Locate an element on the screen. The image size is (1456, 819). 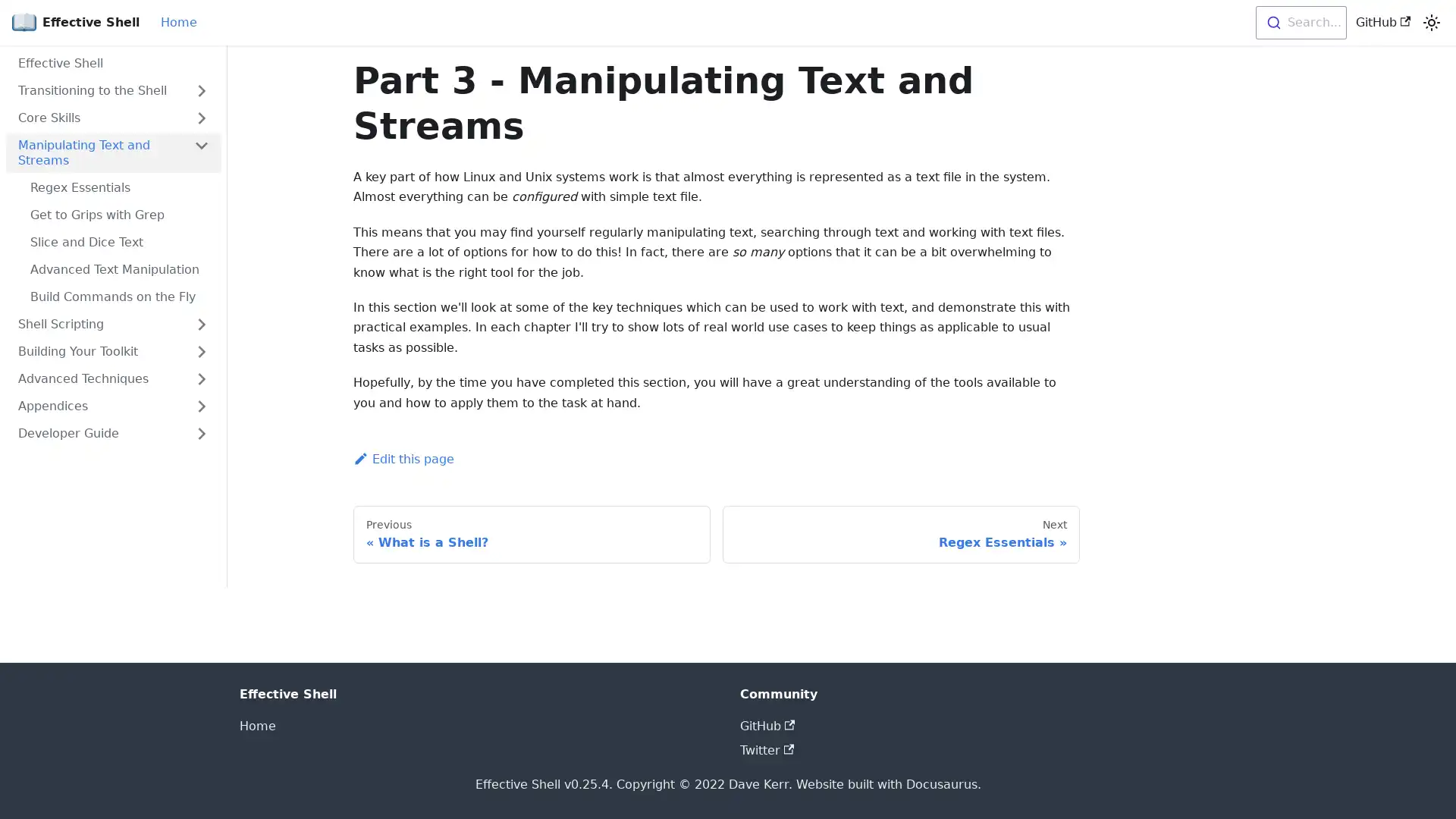
Toggle the collapsible sidebar category 'Transitioning to the Shell' is located at coordinates (200, 90).